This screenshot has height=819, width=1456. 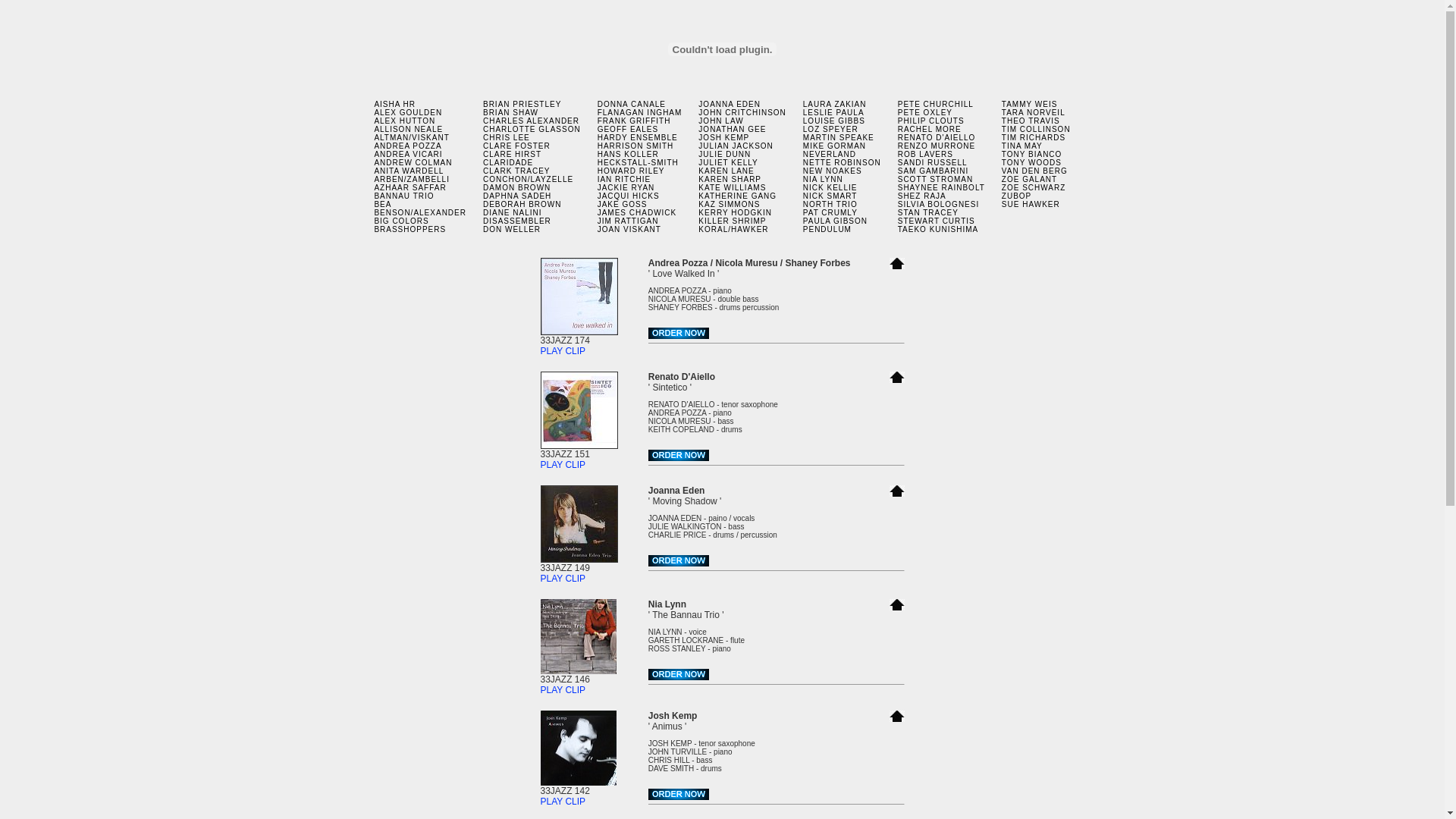 What do you see at coordinates (898, 120) in the screenshot?
I see `'PHILIP CLOUTS'` at bounding box center [898, 120].